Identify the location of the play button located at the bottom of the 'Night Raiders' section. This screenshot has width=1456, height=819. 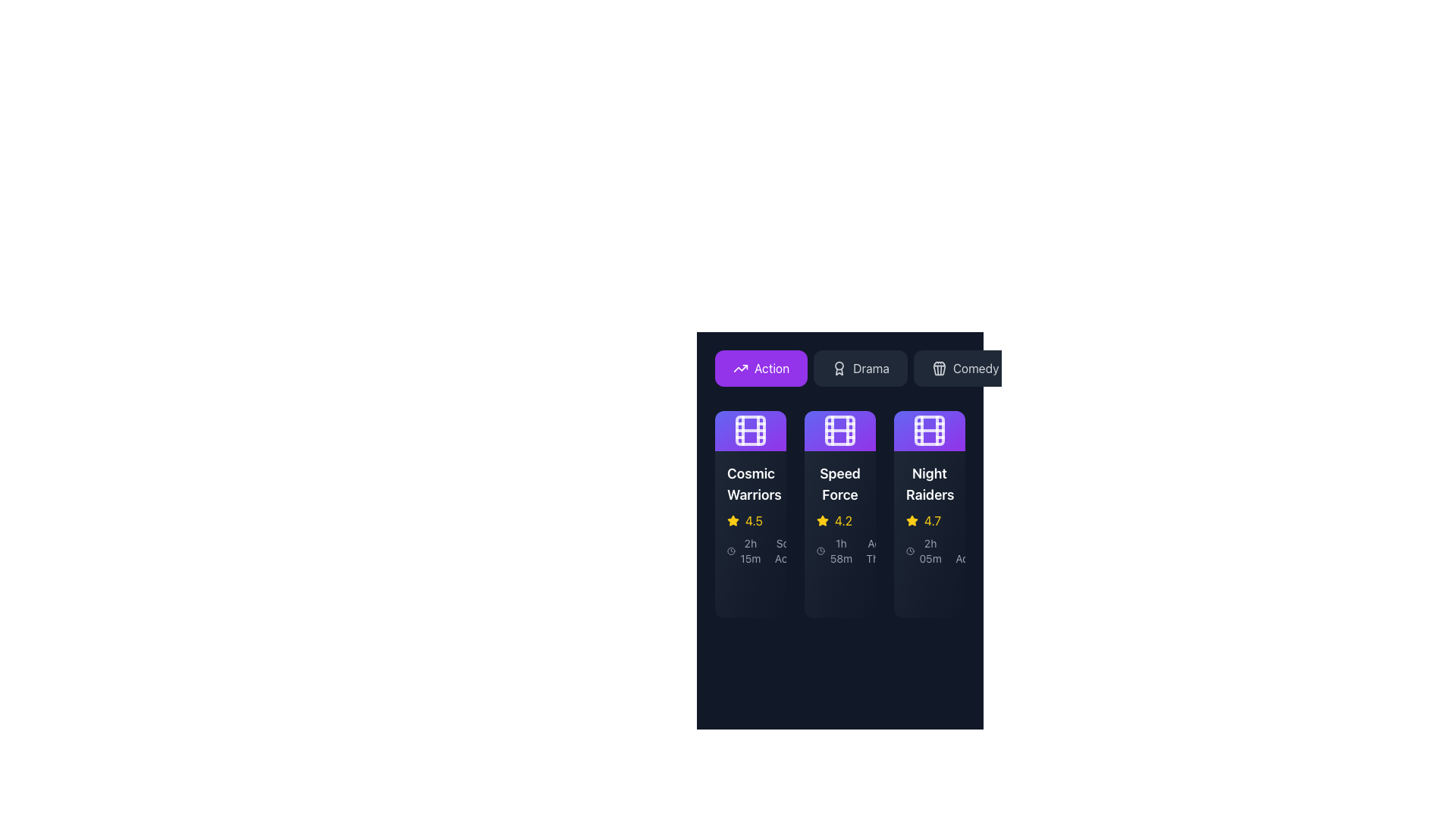
(938, 589).